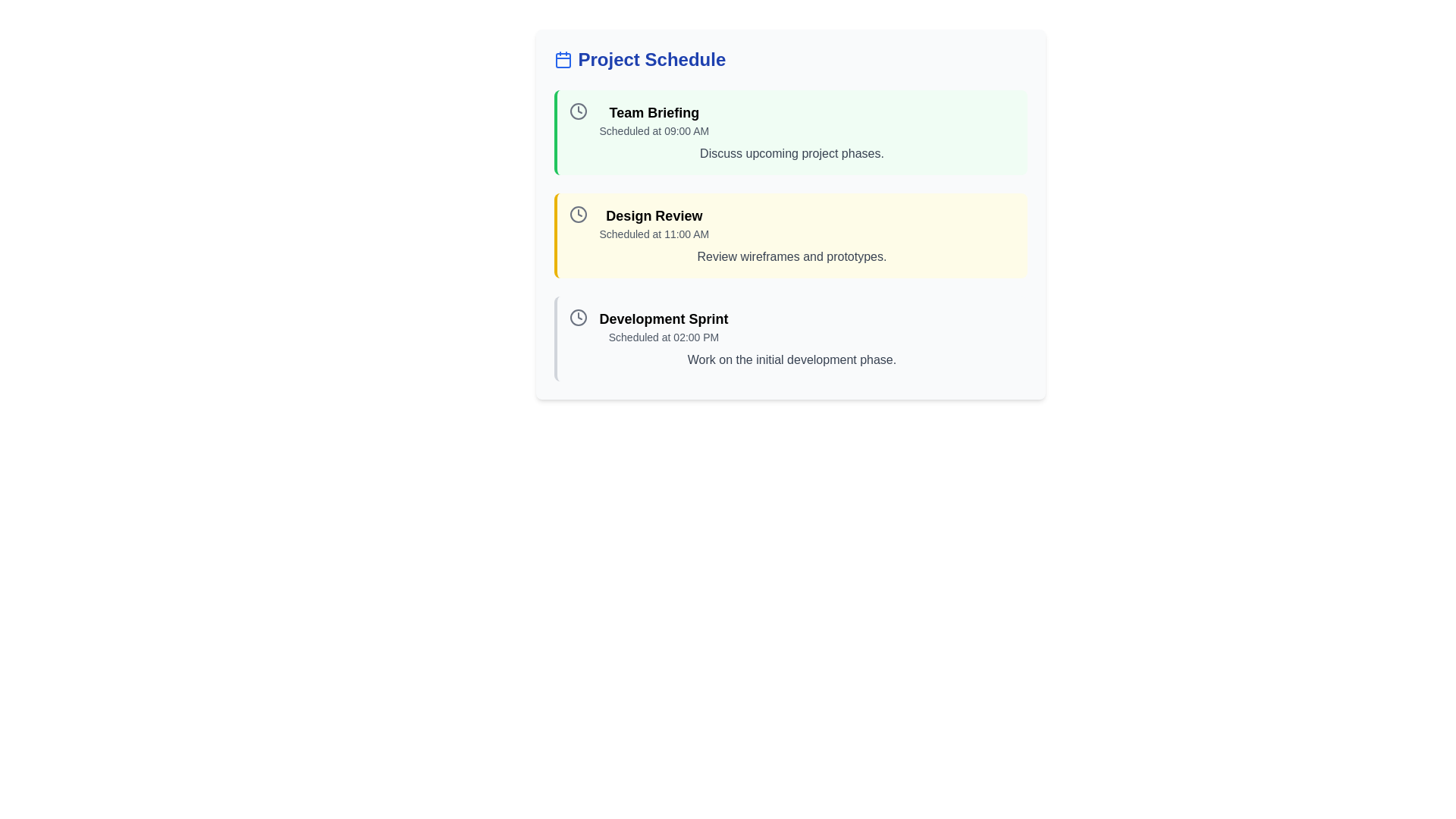  Describe the element at coordinates (791, 154) in the screenshot. I see `the text label displaying 'Discuss upcoming project phases.' which is styled in gray and positioned below the 'Team Briefing' header and the 'Scheduled at 09:00 AM' subtext` at that location.